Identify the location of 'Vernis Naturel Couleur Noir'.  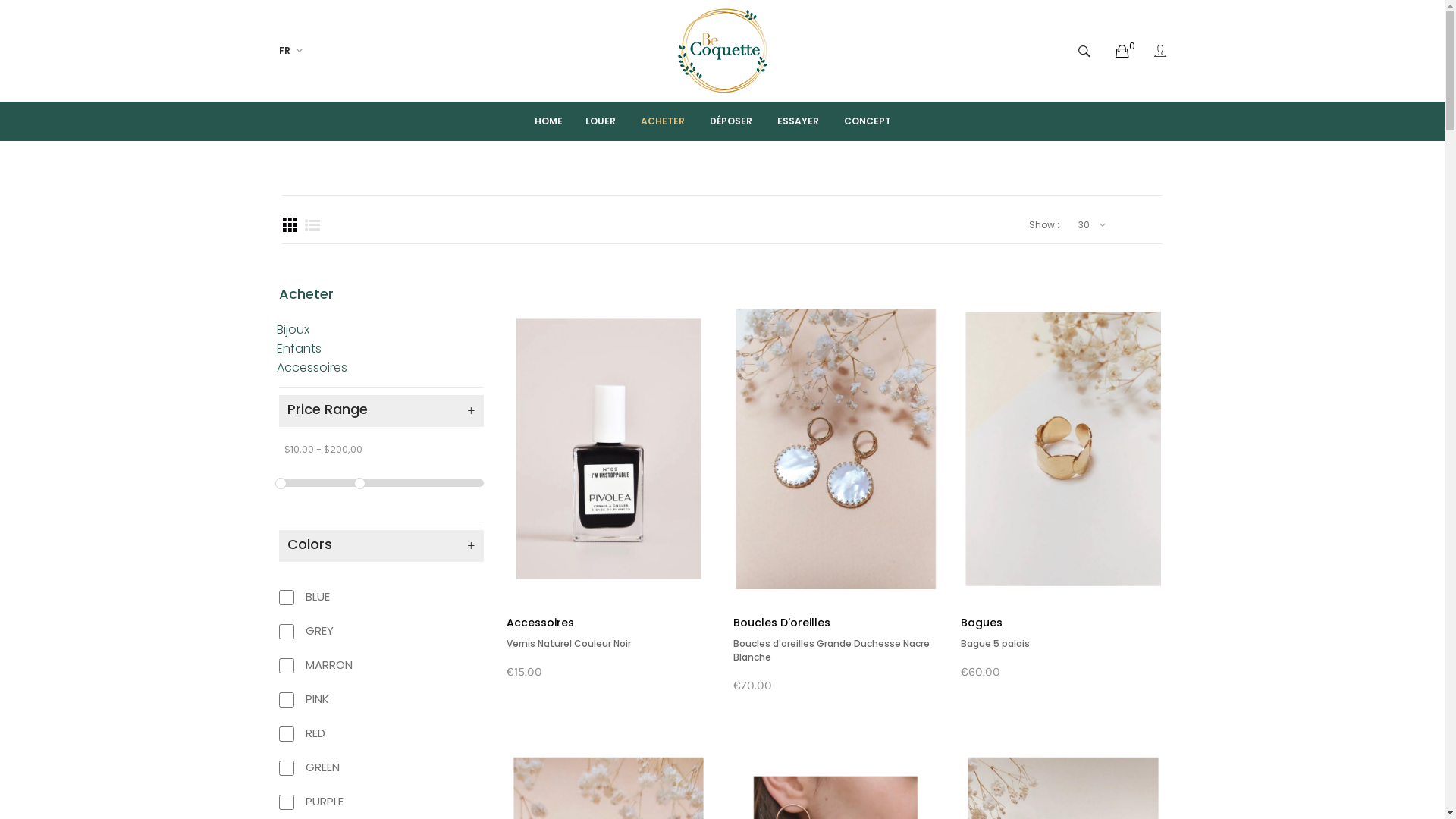
(567, 643).